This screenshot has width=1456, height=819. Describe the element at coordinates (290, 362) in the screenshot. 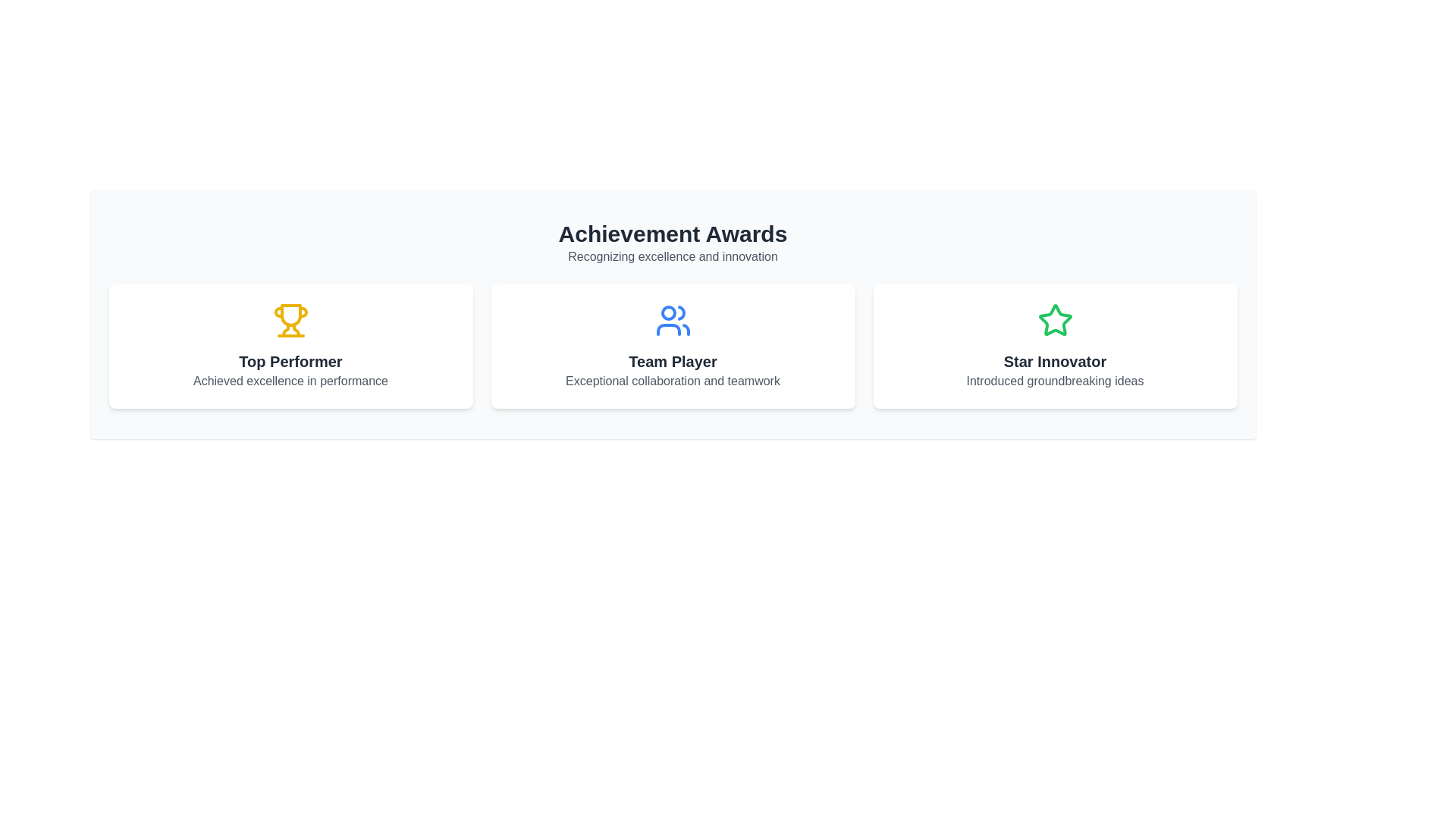

I see `the title text label of the leftmost achievement card, which is positioned below the gold trophy icon and above the description 'Achieved excellence in performance'` at that location.